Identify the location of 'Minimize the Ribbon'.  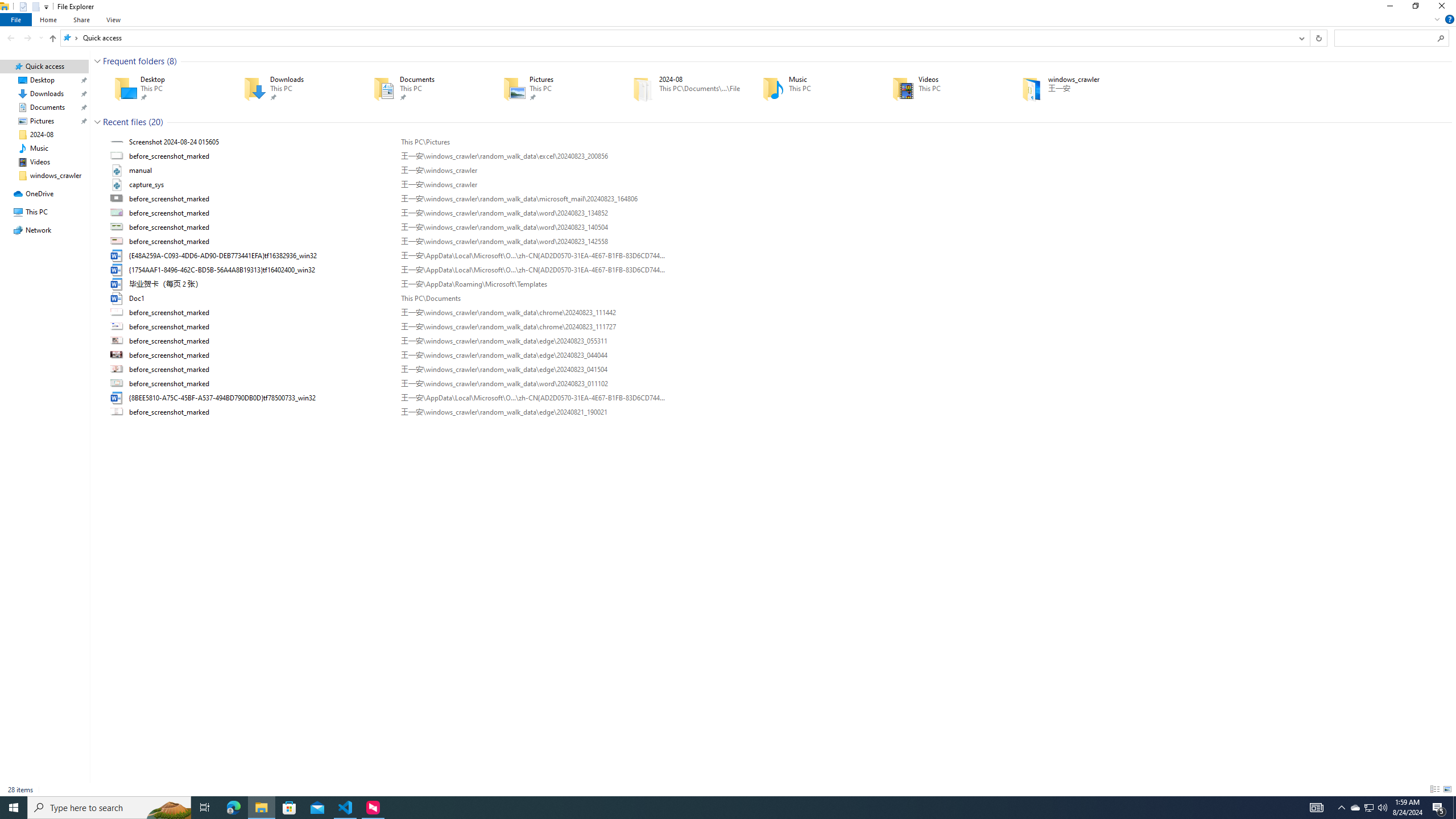
(1437, 18).